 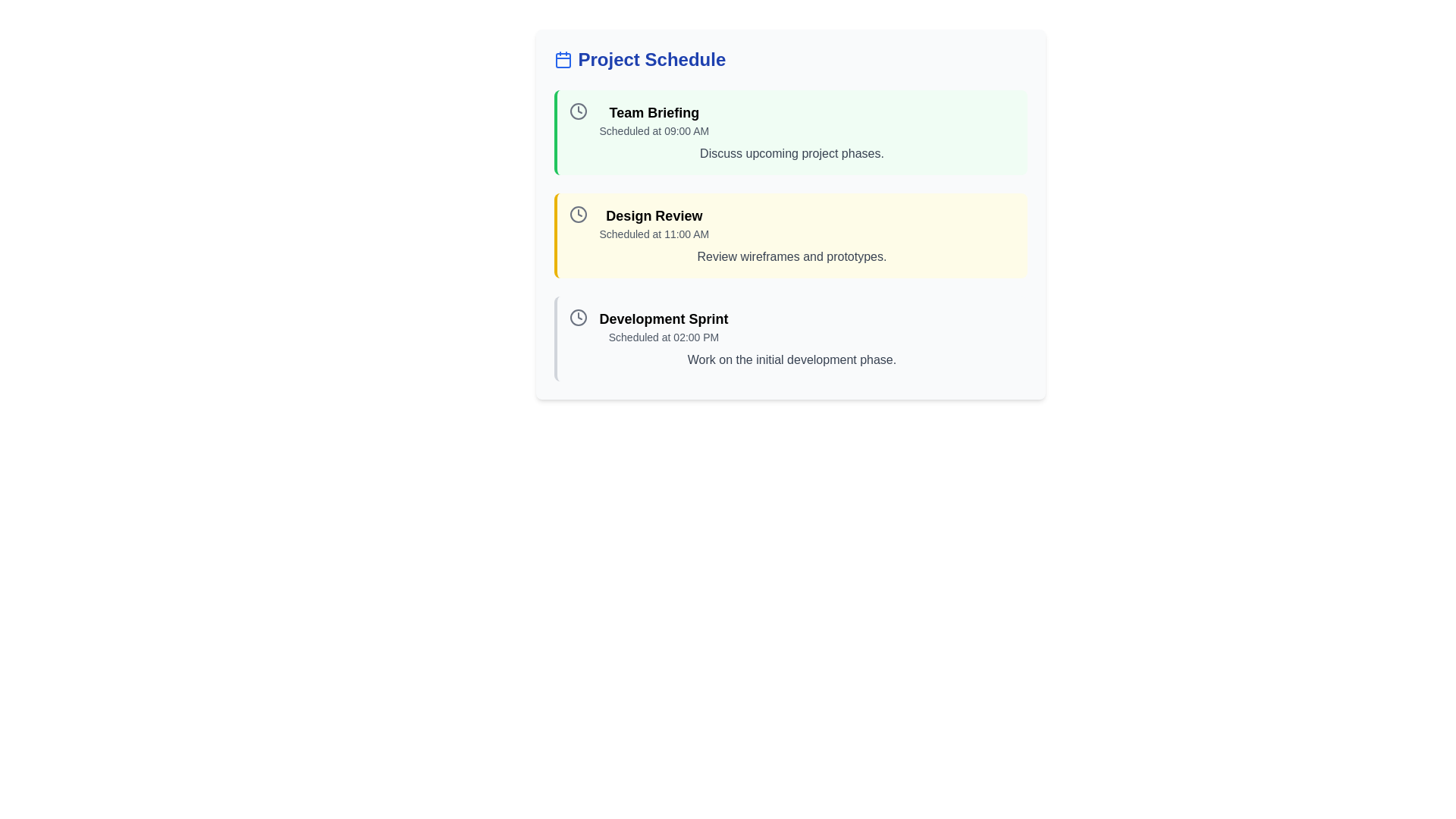 What do you see at coordinates (789, 236) in the screenshot?
I see `the Informational card labeled 'Design Review' with a scheduled time of 'Scheduled at 11:00 AM', which is the second item in the list of informational cards` at bounding box center [789, 236].